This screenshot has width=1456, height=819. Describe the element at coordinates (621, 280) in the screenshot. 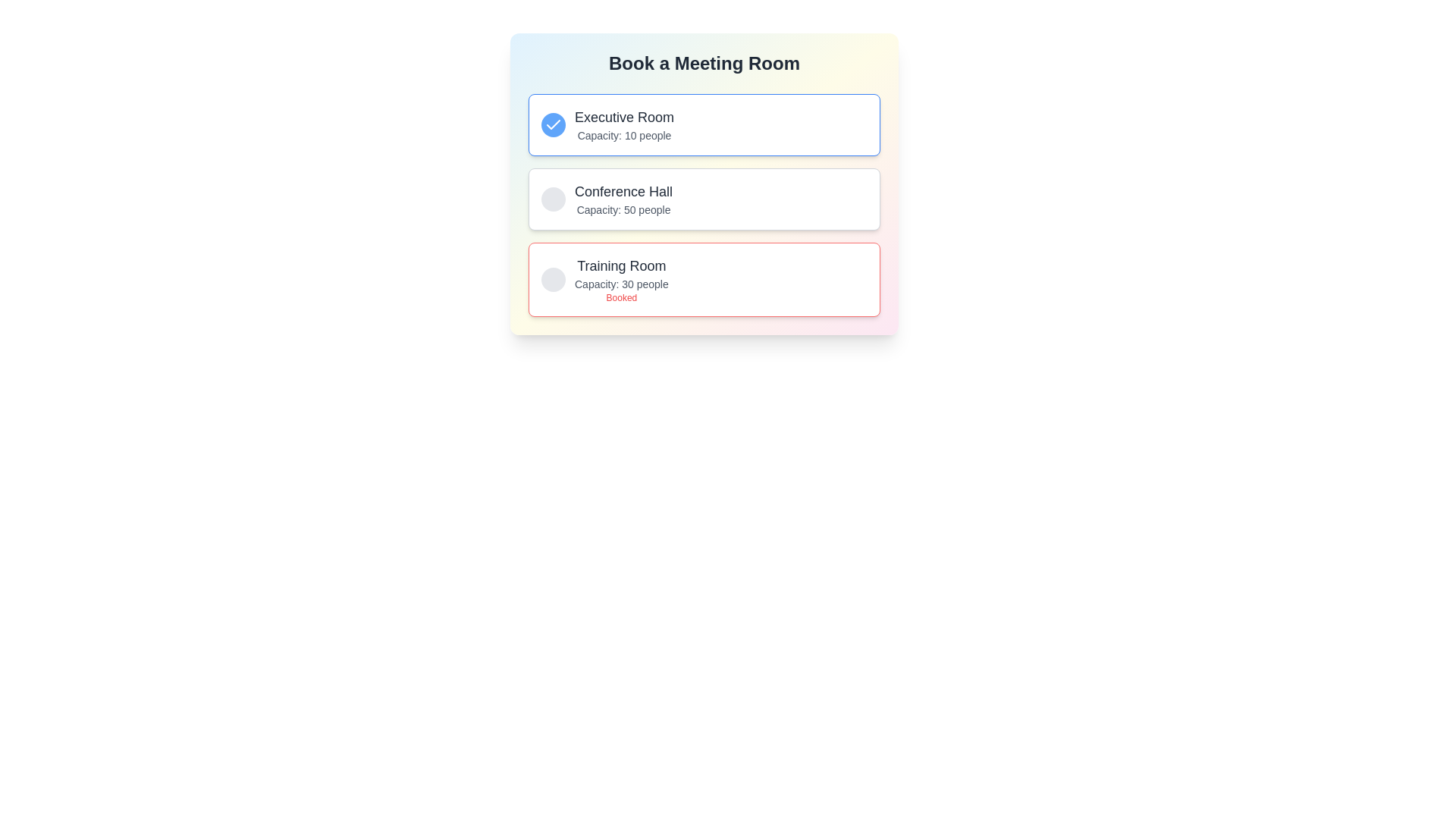

I see `details of the informational label displaying 'Training Room', including its capacity '30 people' and status 'Booked'` at that location.